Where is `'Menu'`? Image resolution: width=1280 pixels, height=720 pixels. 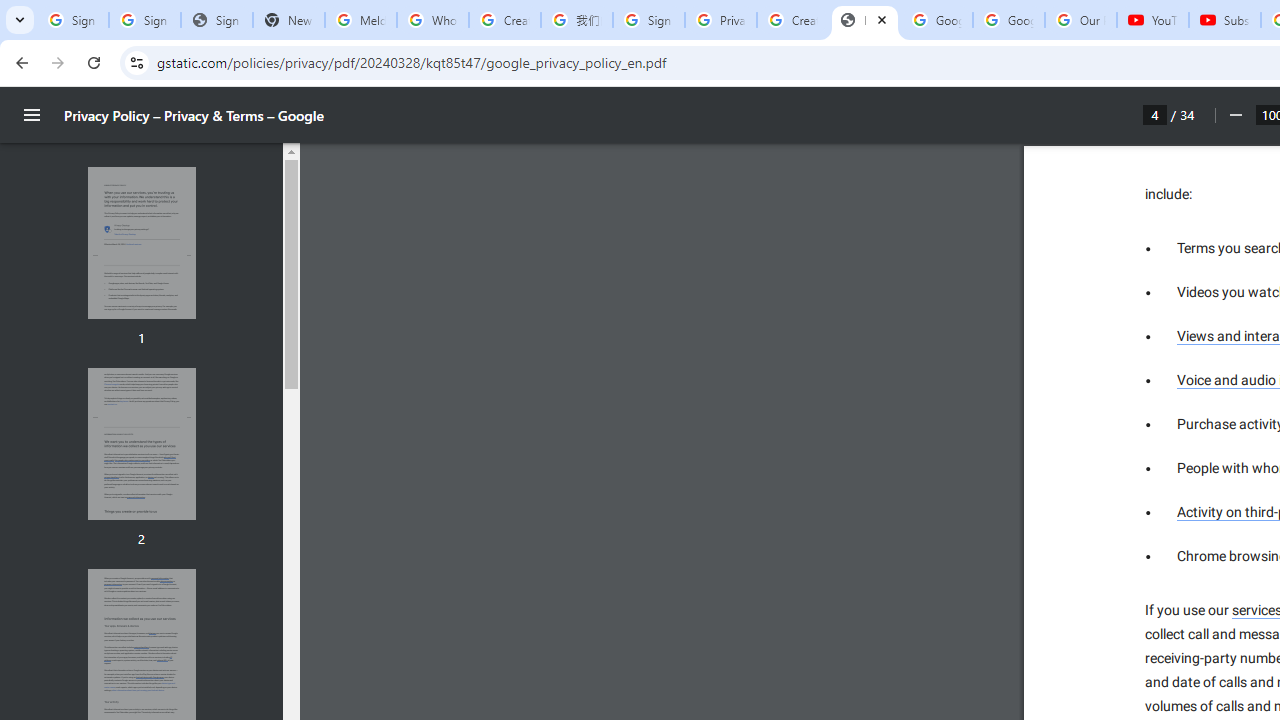
'Menu' is located at coordinates (32, 115).